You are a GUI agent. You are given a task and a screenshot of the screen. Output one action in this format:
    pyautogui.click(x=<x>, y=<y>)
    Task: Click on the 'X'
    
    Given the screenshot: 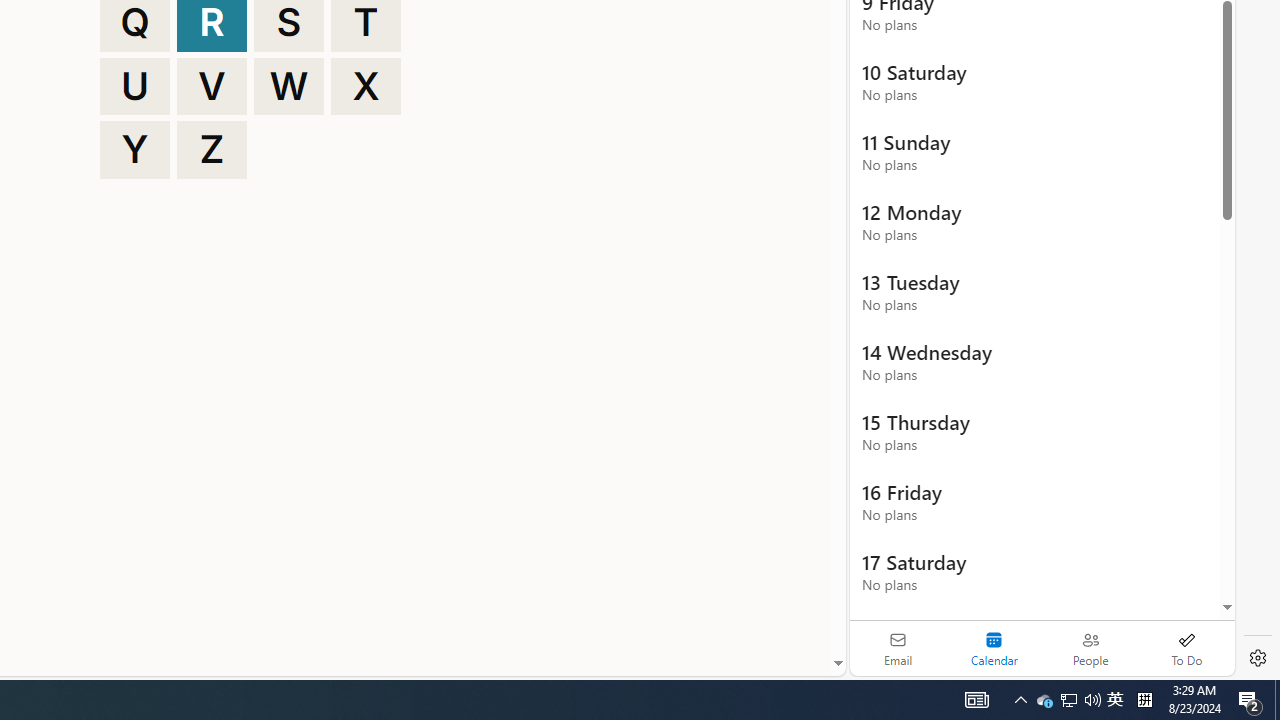 What is the action you would take?
    pyautogui.click(x=366, y=85)
    